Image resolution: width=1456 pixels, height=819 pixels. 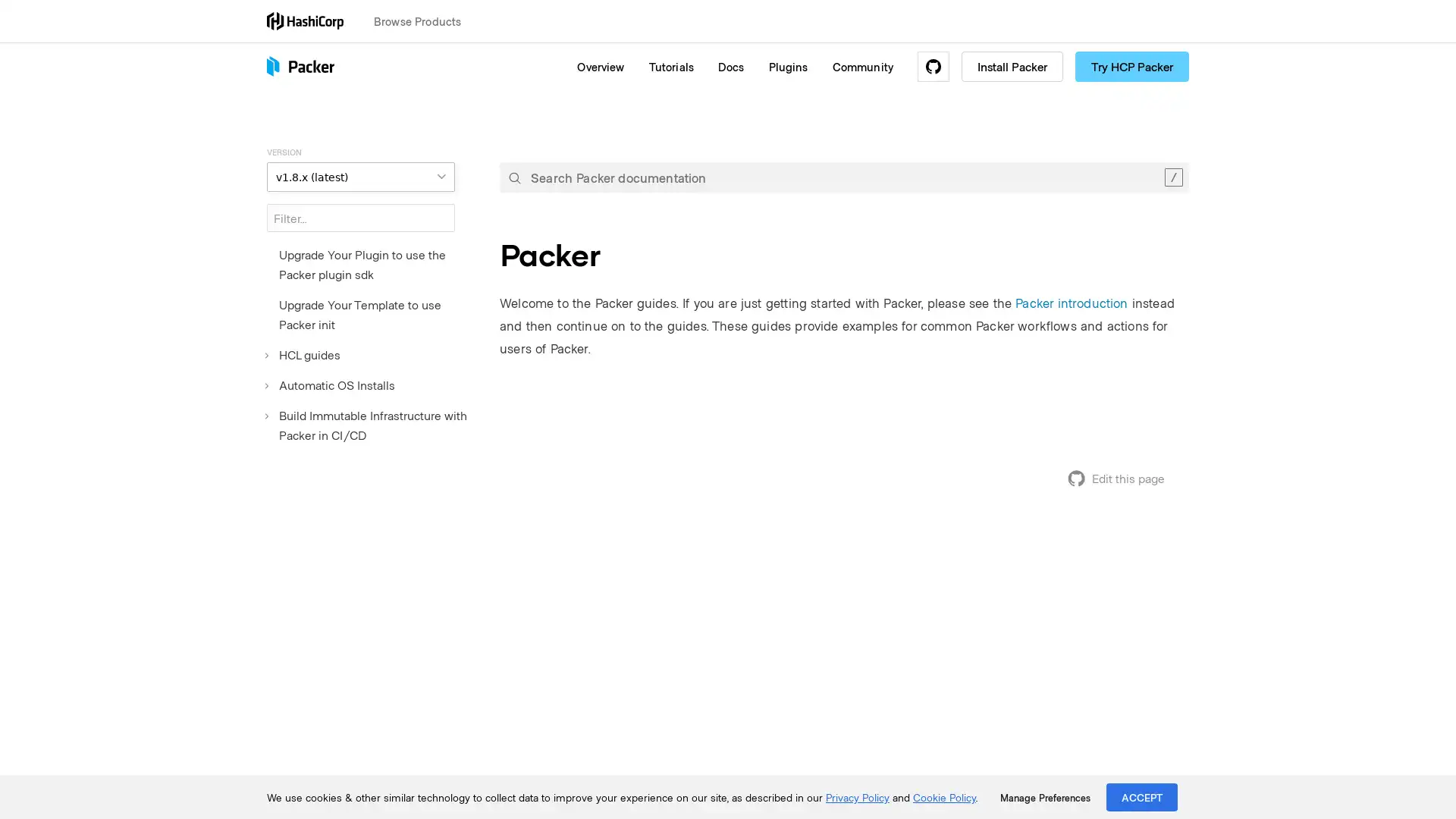 What do you see at coordinates (1142, 796) in the screenshot?
I see `ACCEPT` at bounding box center [1142, 796].